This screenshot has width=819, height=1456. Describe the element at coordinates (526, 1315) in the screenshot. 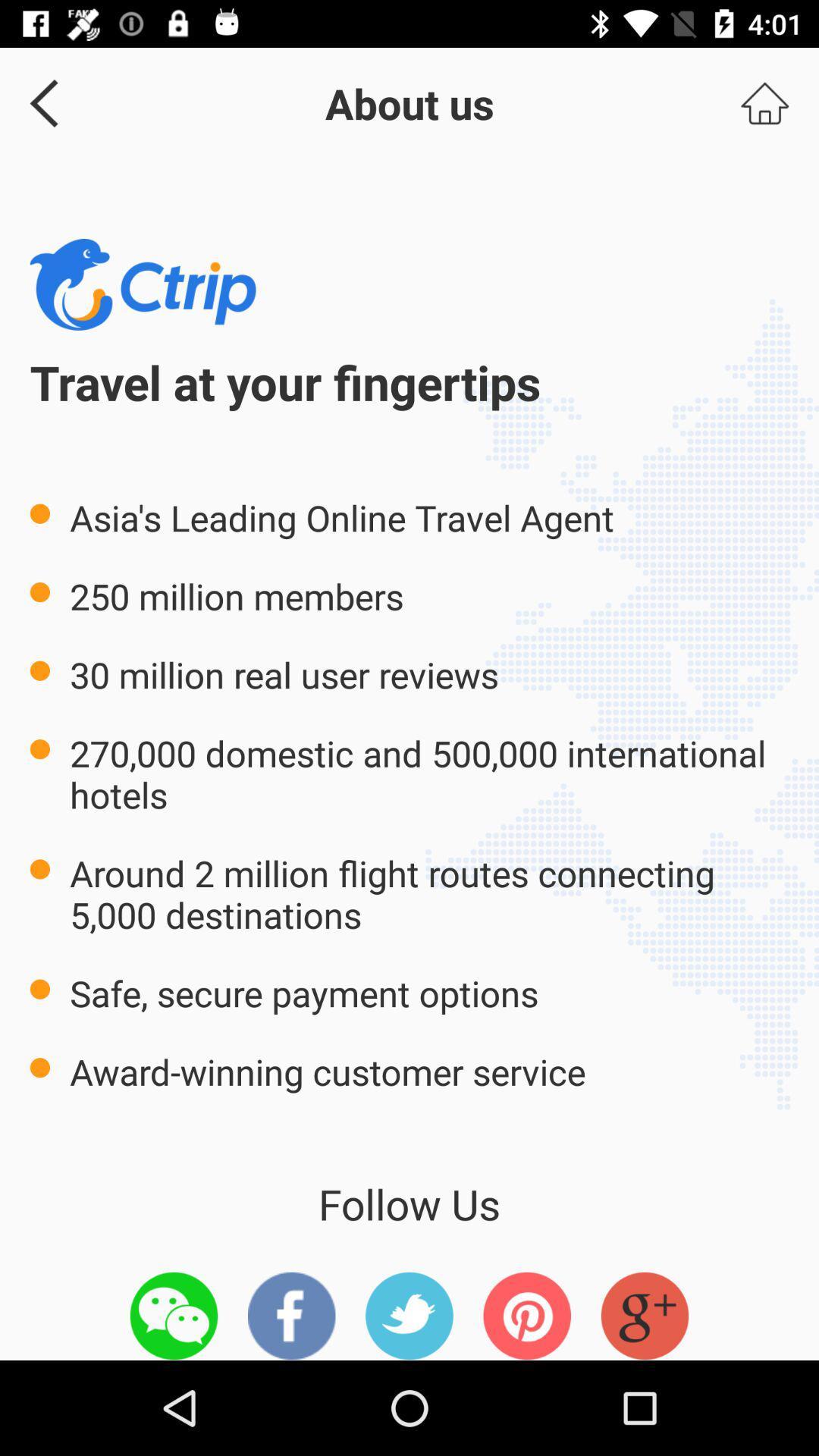

I see `pinterest link` at that location.